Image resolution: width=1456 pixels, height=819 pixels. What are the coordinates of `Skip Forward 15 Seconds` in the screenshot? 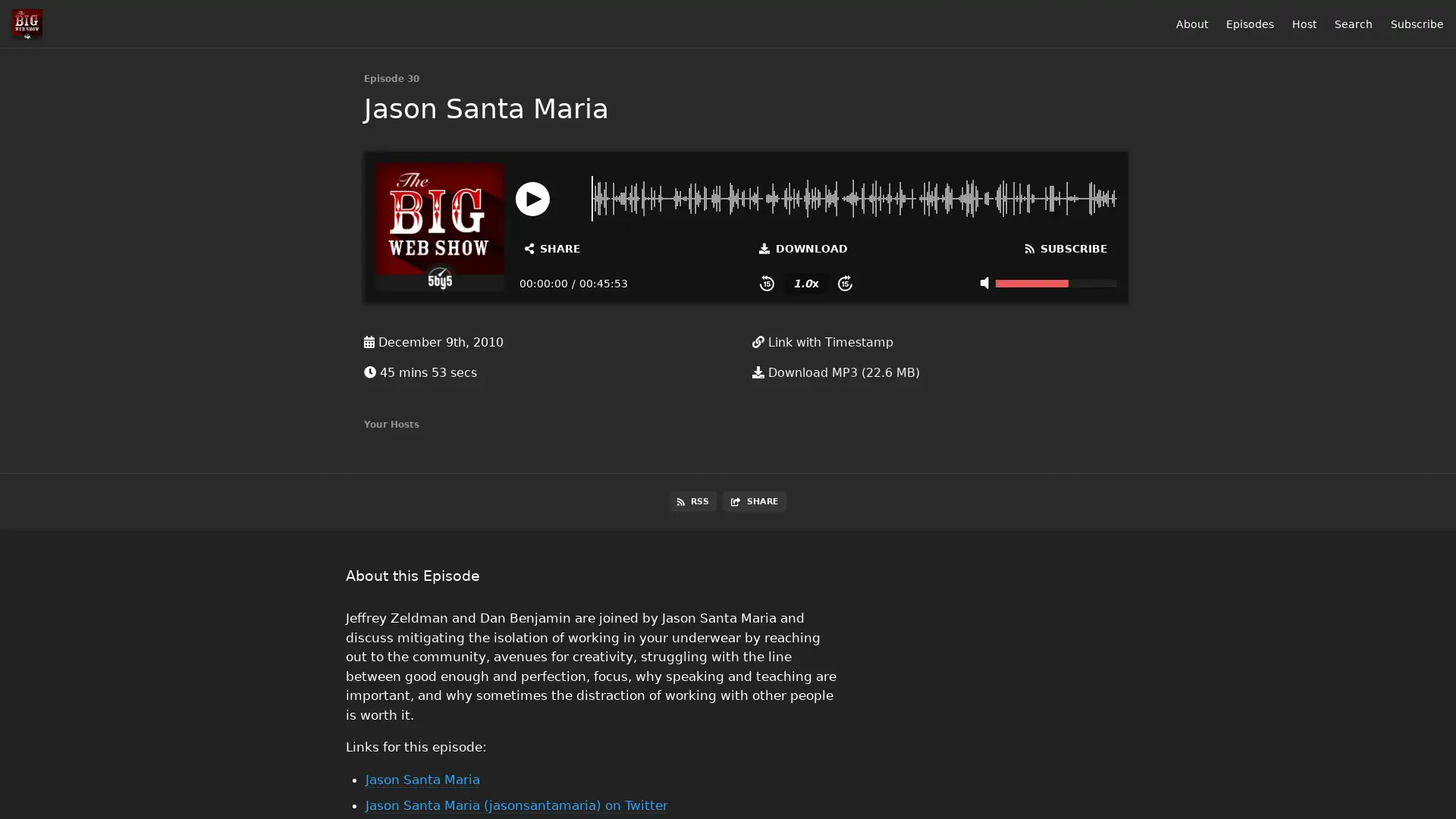 It's located at (844, 283).